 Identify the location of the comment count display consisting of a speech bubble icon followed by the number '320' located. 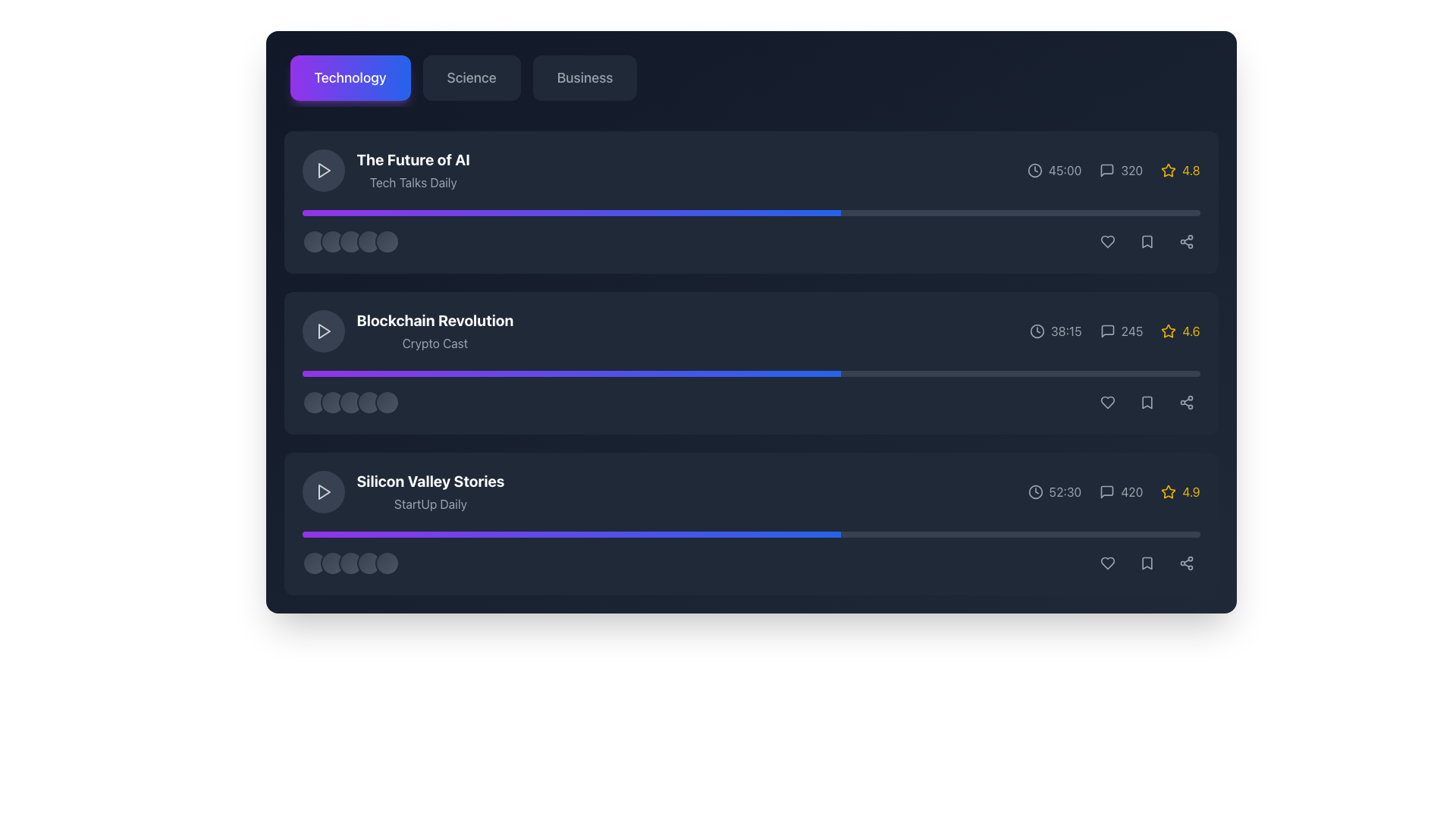
(1113, 170).